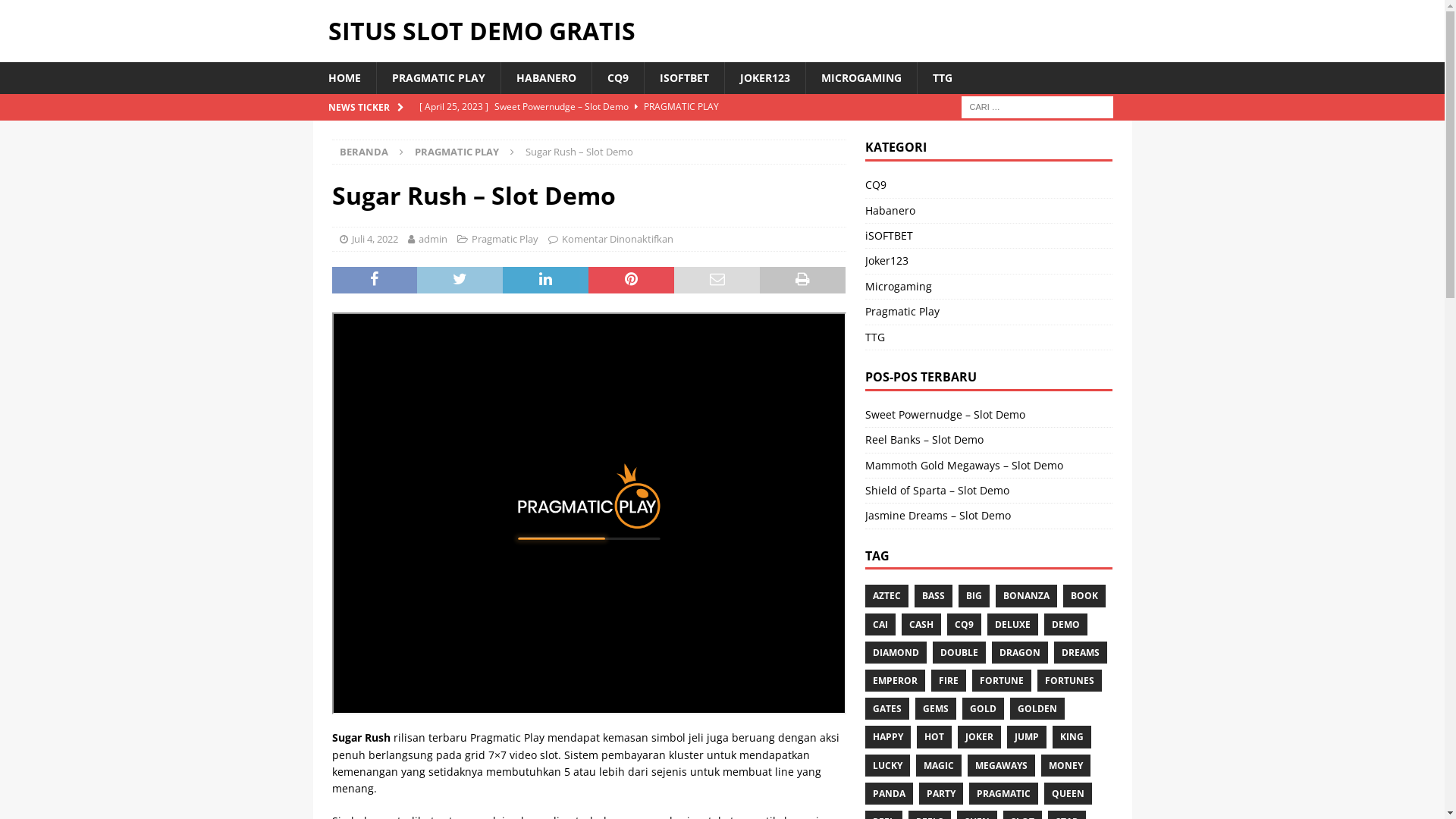 The width and height of the screenshot is (1456, 819). What do you see at coordinates (546, 78) in the screenshot?
I see `'HABANERO'` at bounding box center [546, 78].